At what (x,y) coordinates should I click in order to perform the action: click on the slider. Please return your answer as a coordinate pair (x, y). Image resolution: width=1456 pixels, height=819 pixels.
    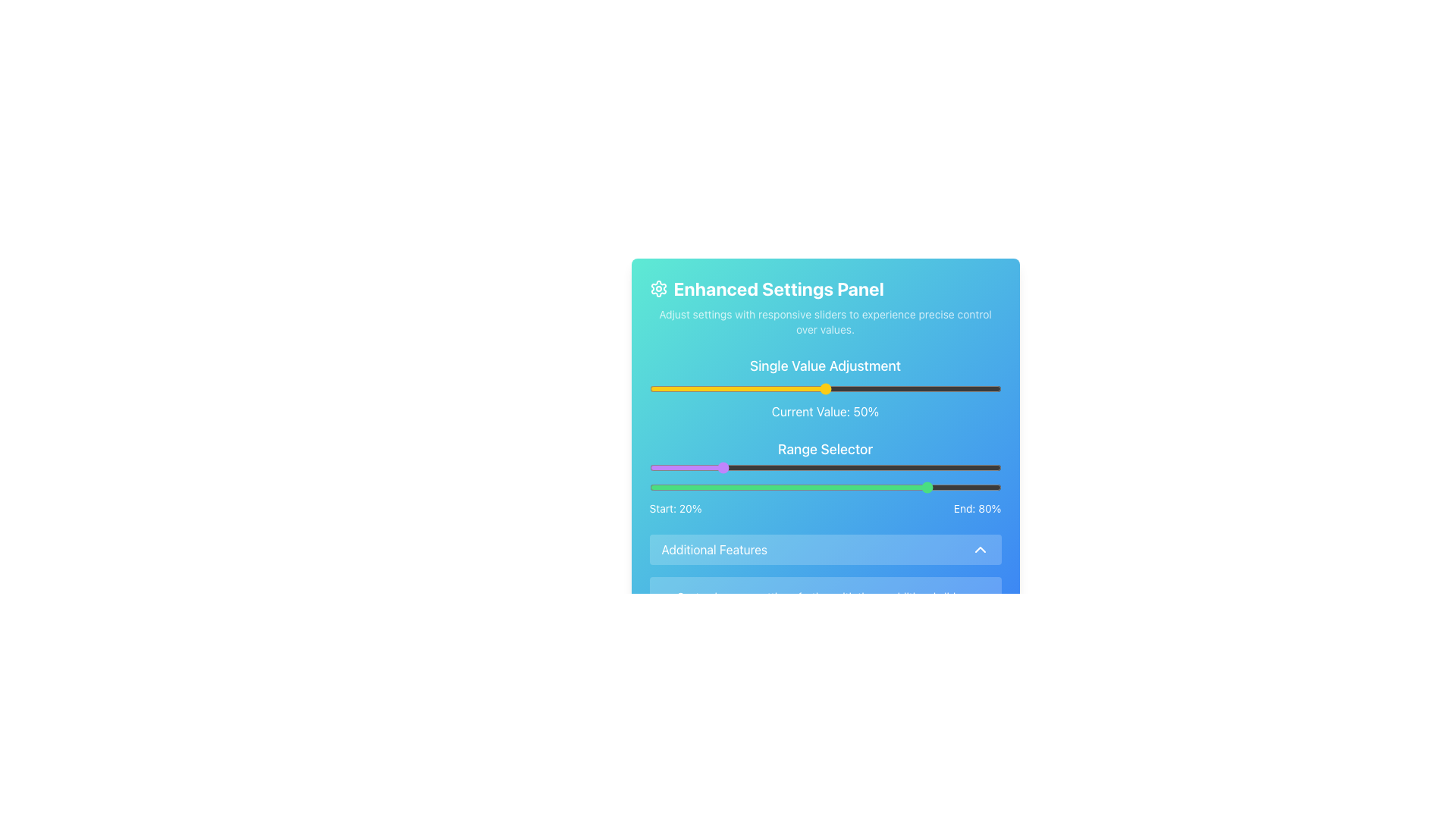
    Looking at the image, I should click on (881, 488).